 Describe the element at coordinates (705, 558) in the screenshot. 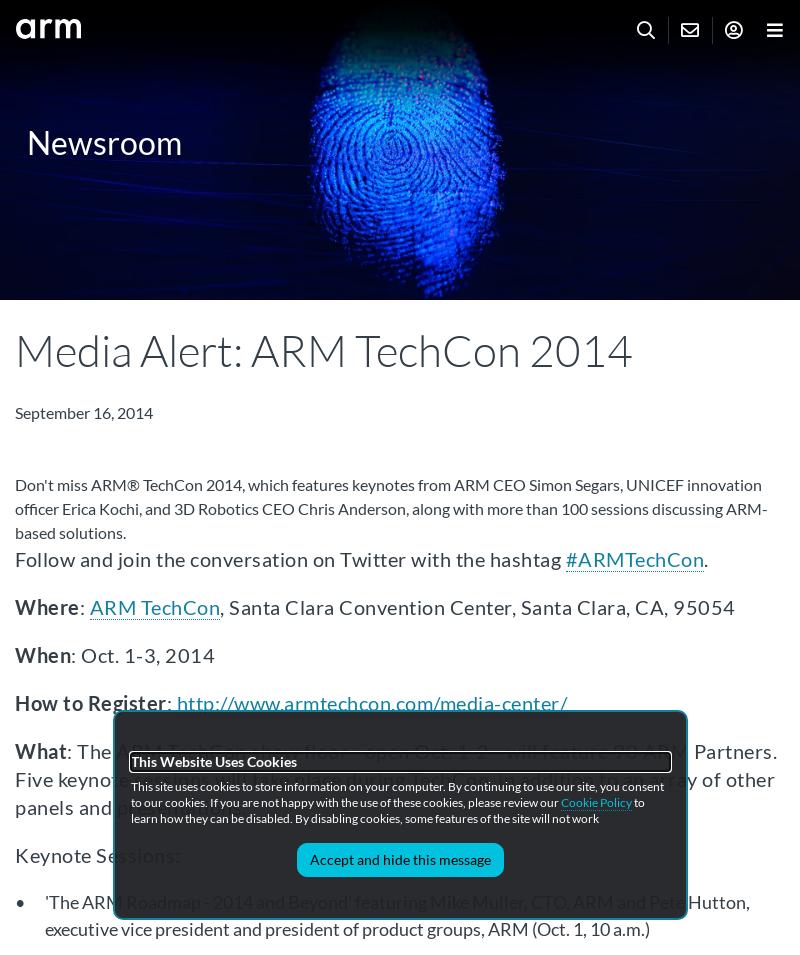

I see `'.'` at that location.